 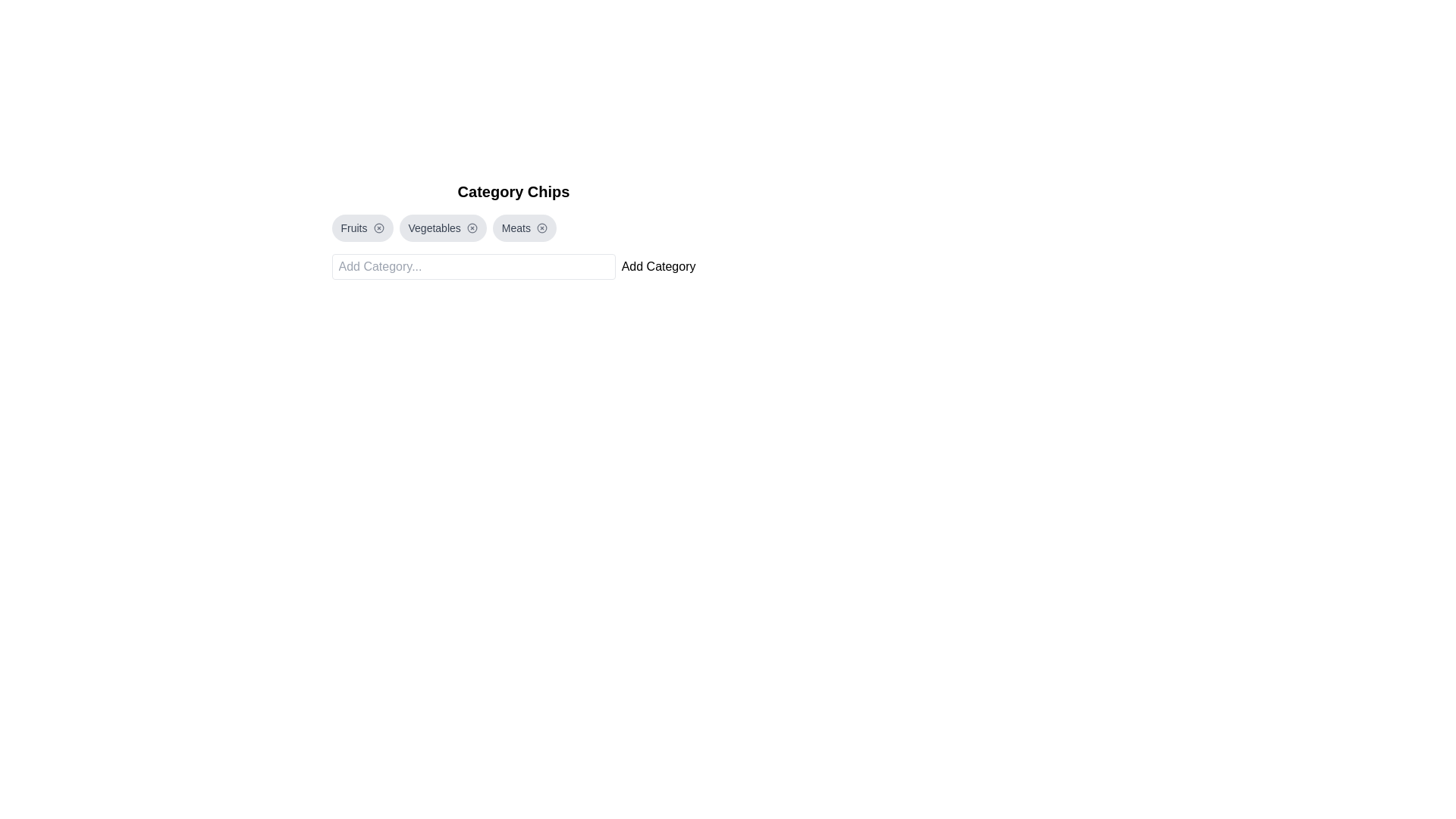 What do you see at coordinates (472, 265) in the screenshot?
I see `the input box to focus on it` at bounding box center [472, 265].